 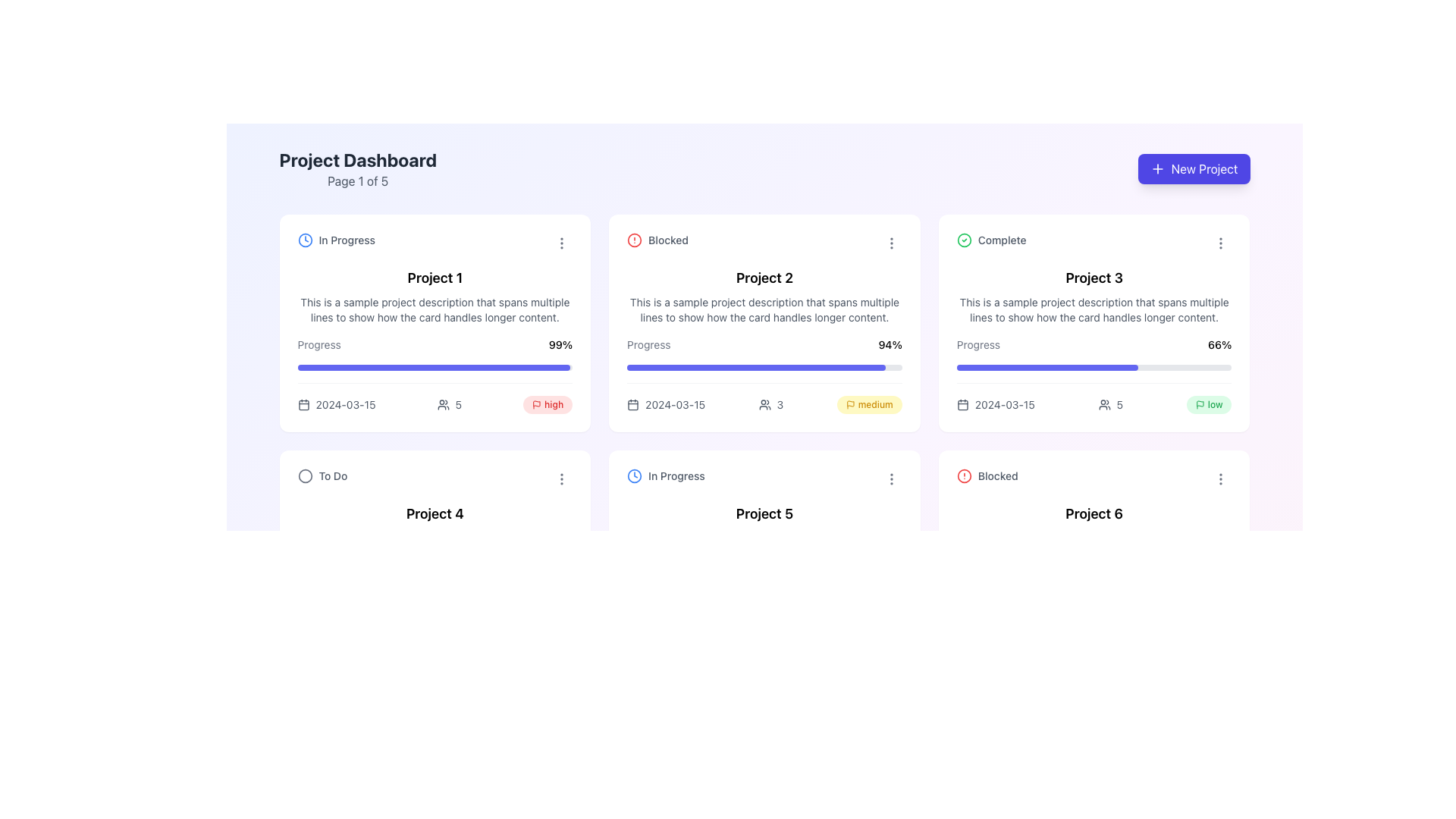 I want to click on the text block styled with gray color and small font size located under the title 'Project 3' on the upper-right card in the dashboard layout, so click(x=1094, y=309).